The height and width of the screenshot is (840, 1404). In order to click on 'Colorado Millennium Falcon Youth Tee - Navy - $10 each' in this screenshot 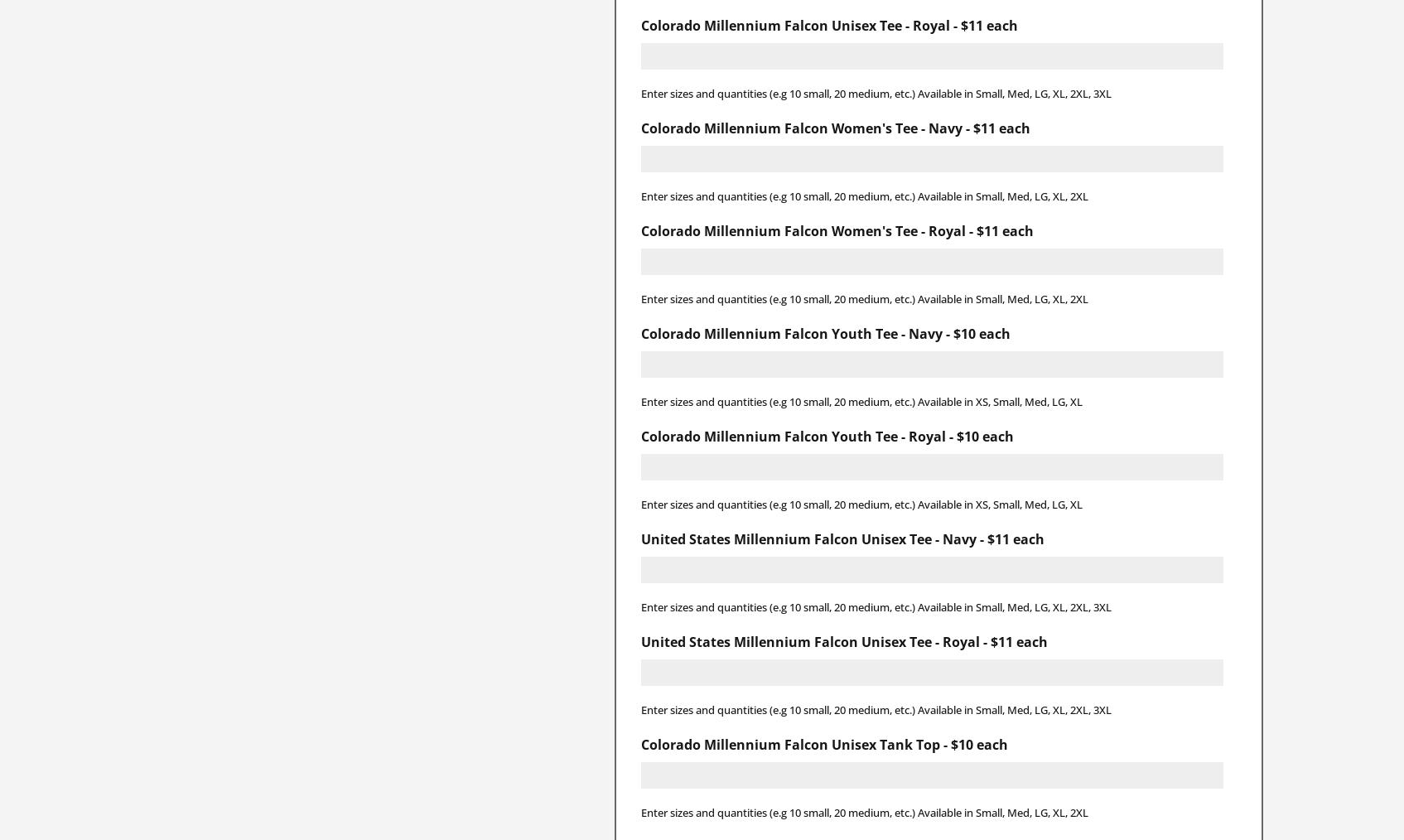, I will do `click(823, 331)`.